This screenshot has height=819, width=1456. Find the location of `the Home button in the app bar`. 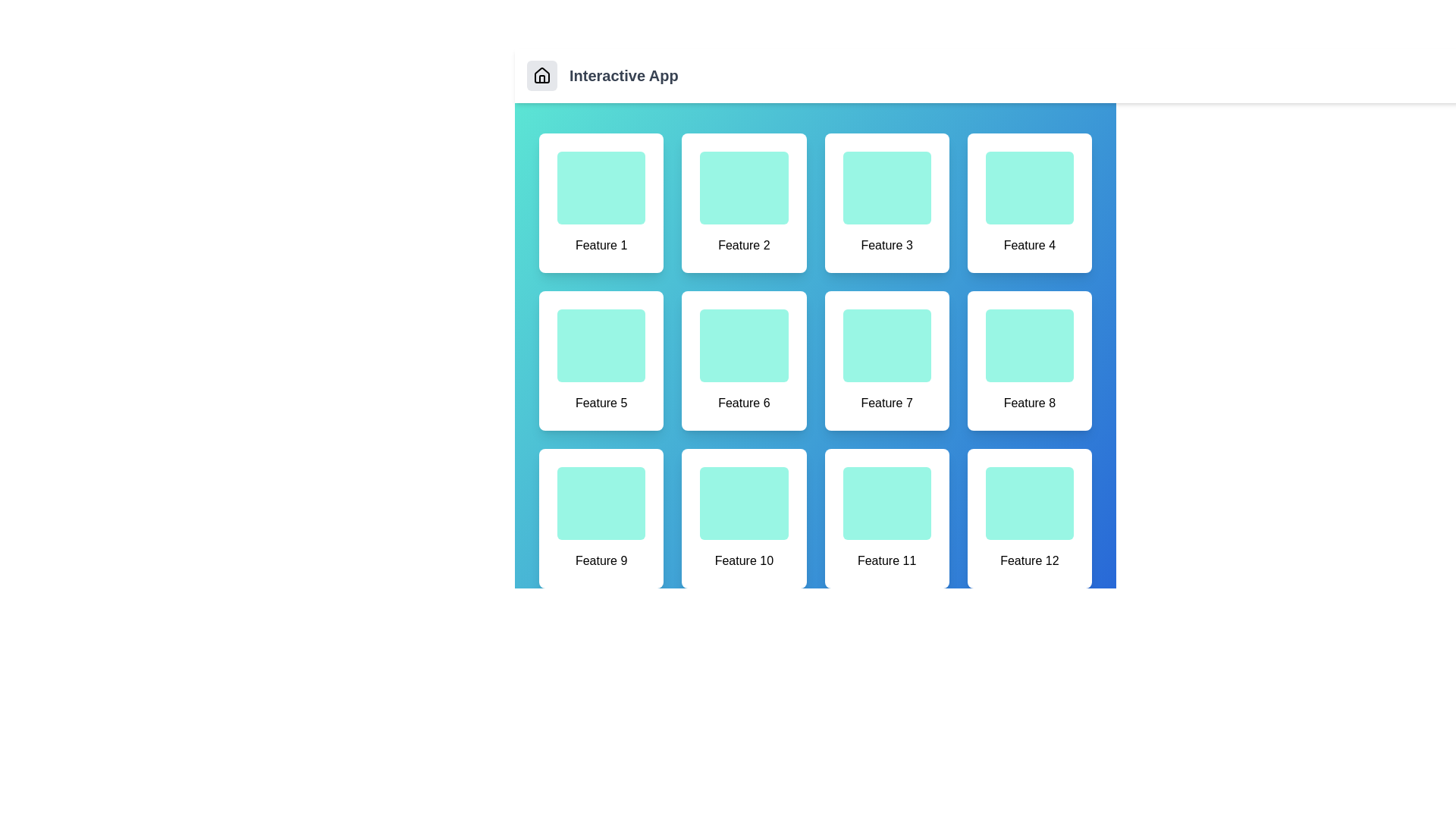

the Home button in the app bar is located at coordinates (542, 76).